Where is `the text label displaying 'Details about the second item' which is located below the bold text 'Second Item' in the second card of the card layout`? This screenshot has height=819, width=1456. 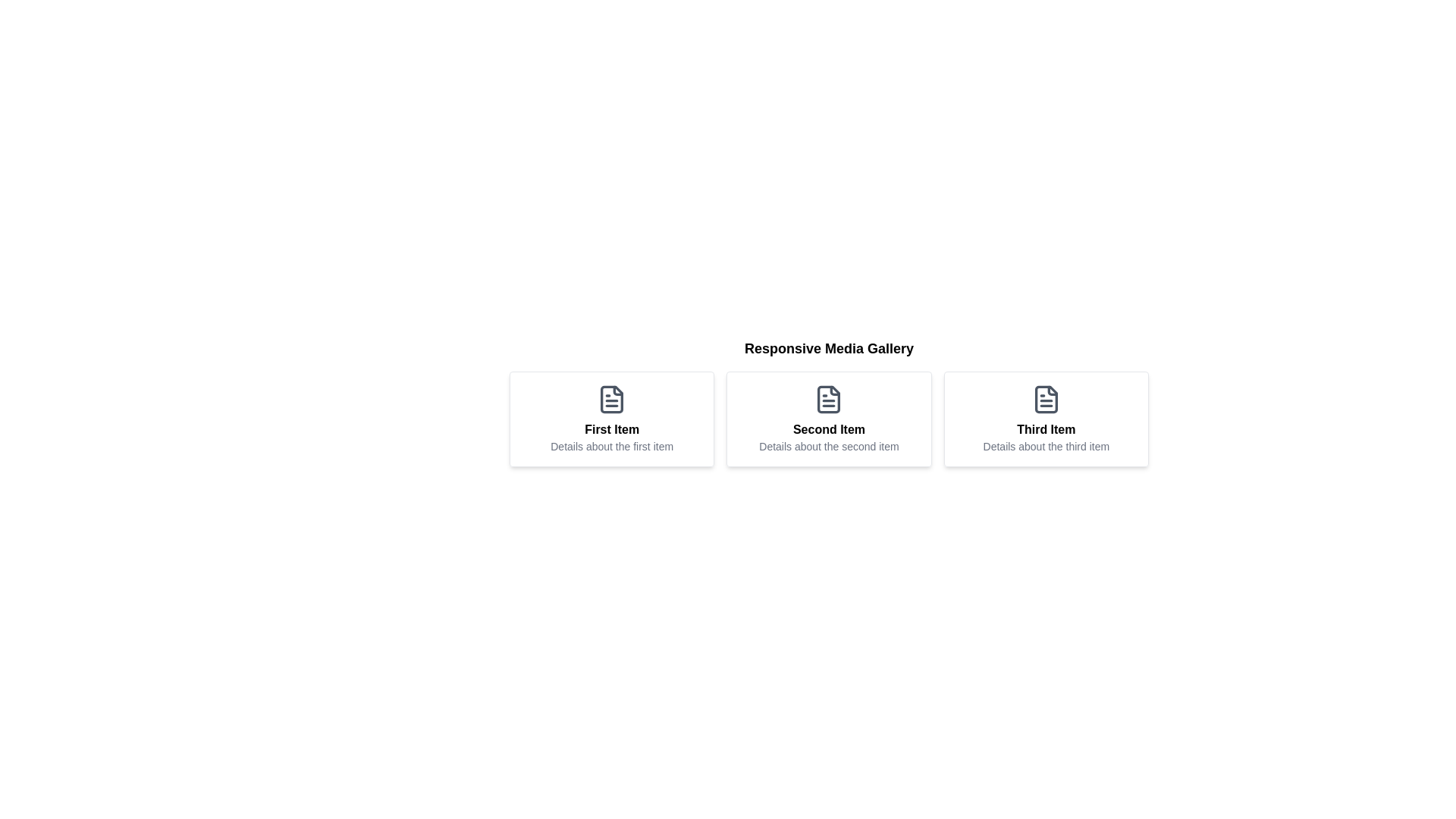 the text label displaying 'Details about the second item' which is located below the bold text 'Second Item' in the second card of the card layout is located at coordinates (828, 446).